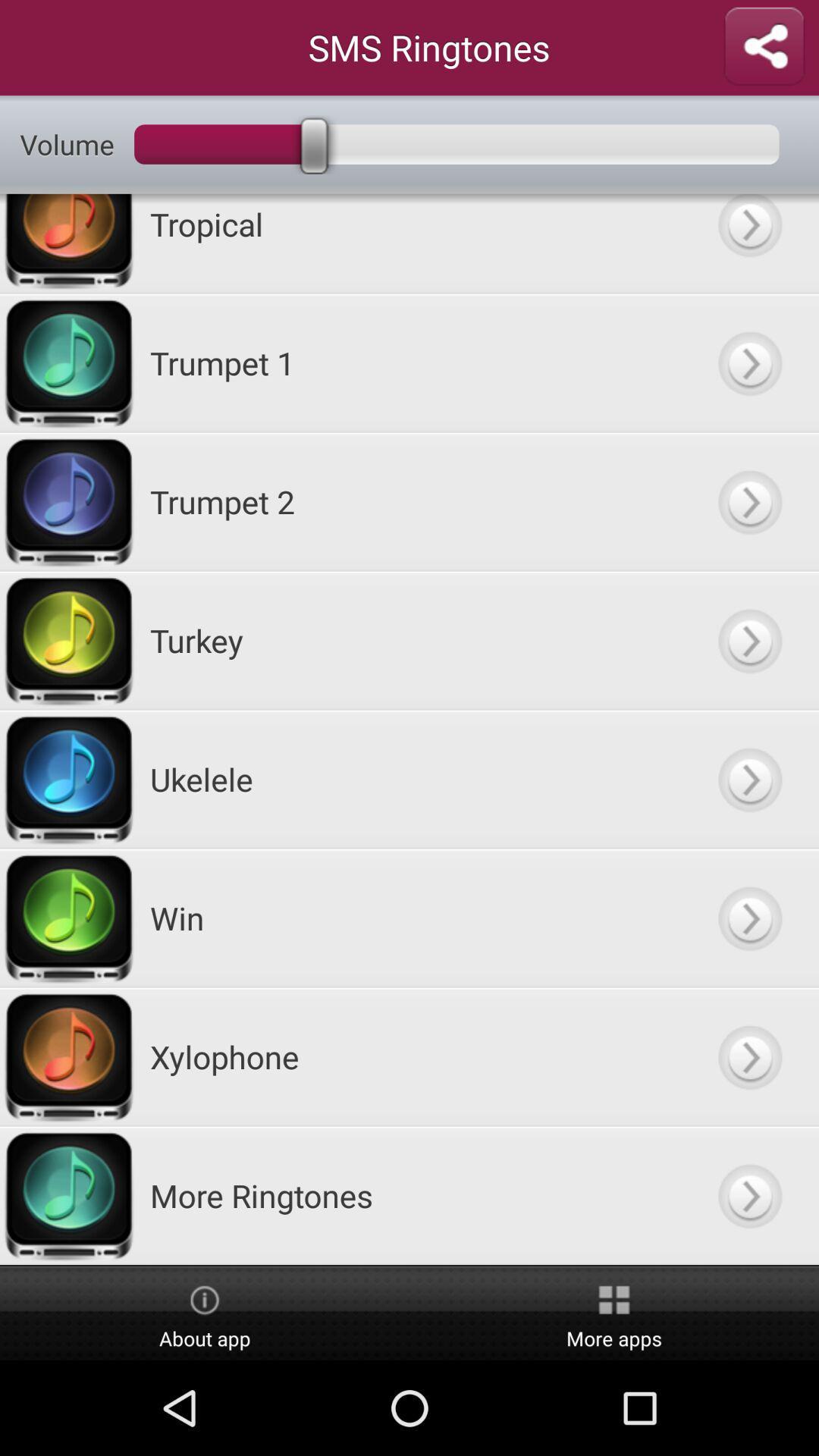  What do you see at coordinates (748, 1194) in the screenshot?
I see `next page` at bounding box center [748, 1194].